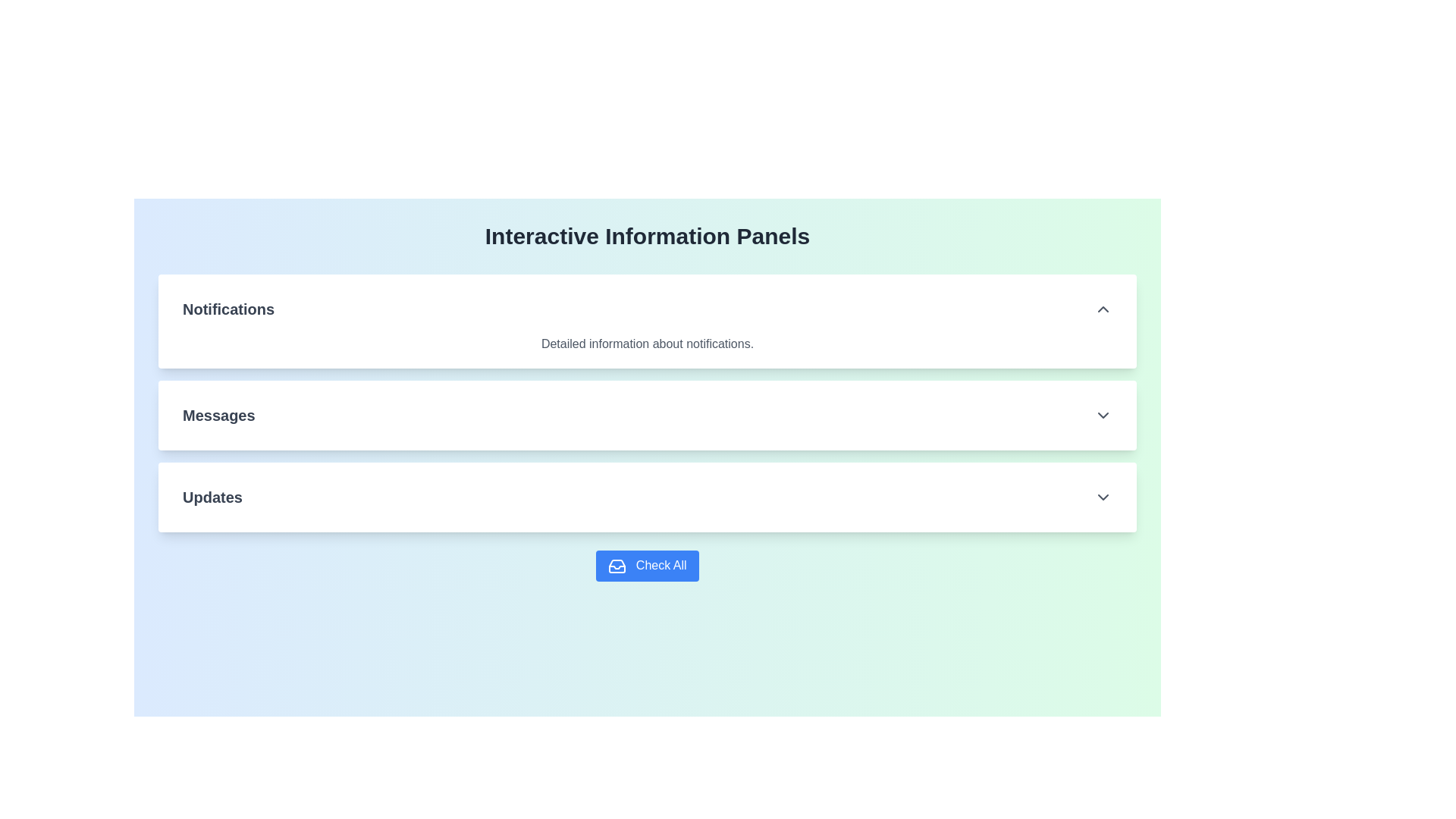 The width and height of the screenshot is (1456, 819). What do you see at coordinates (1103, 415) in the screenshot?
I see `the downward-facing chevron icon located at the far-right end of the 'Messages' section` at bounding box center [1103, 415].